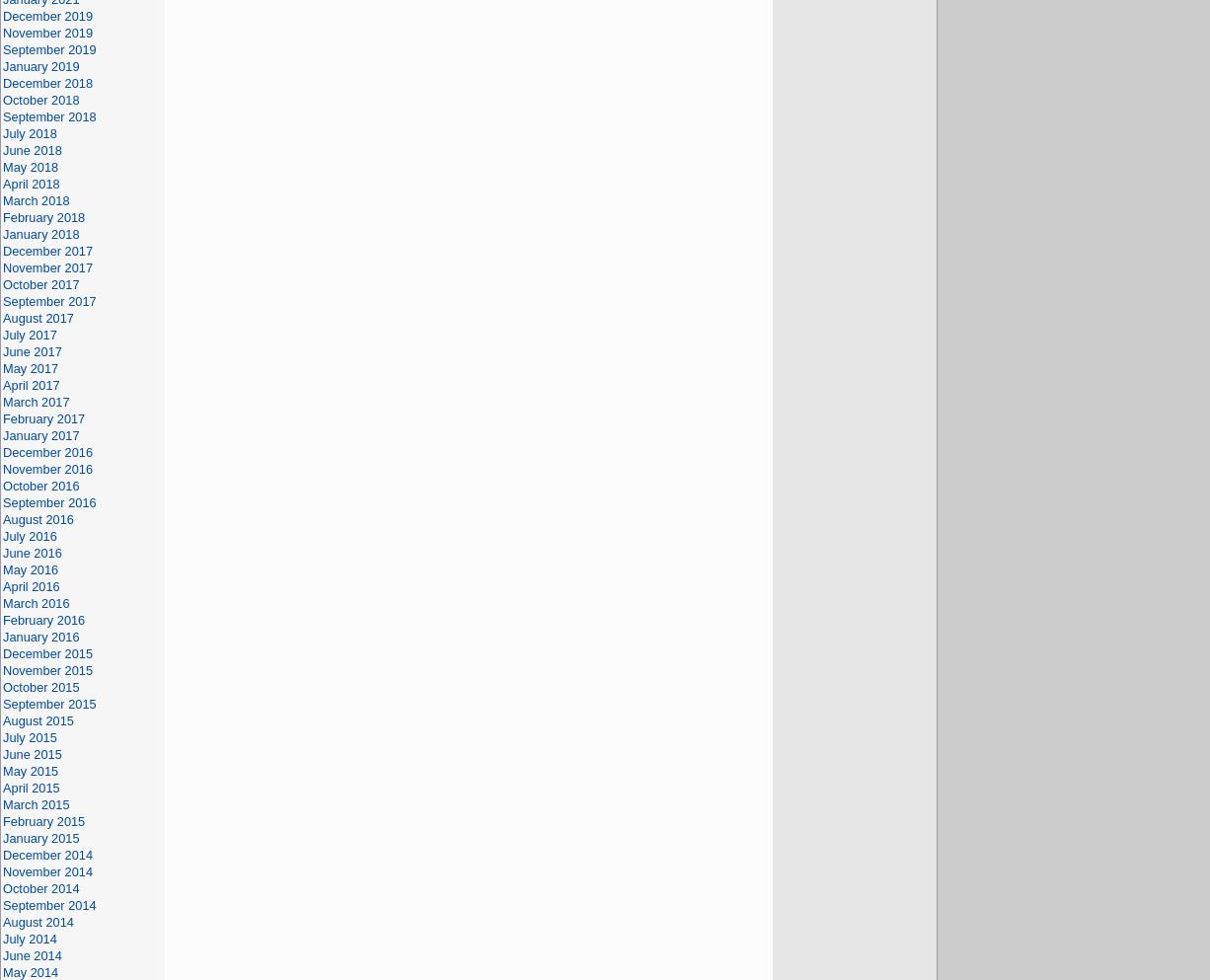 This screenshot has width=1210, height=980. What do you see at coordinates (30, 737) in the screenshot?
I see `'July 2015'` at bounding box center [30, 737].